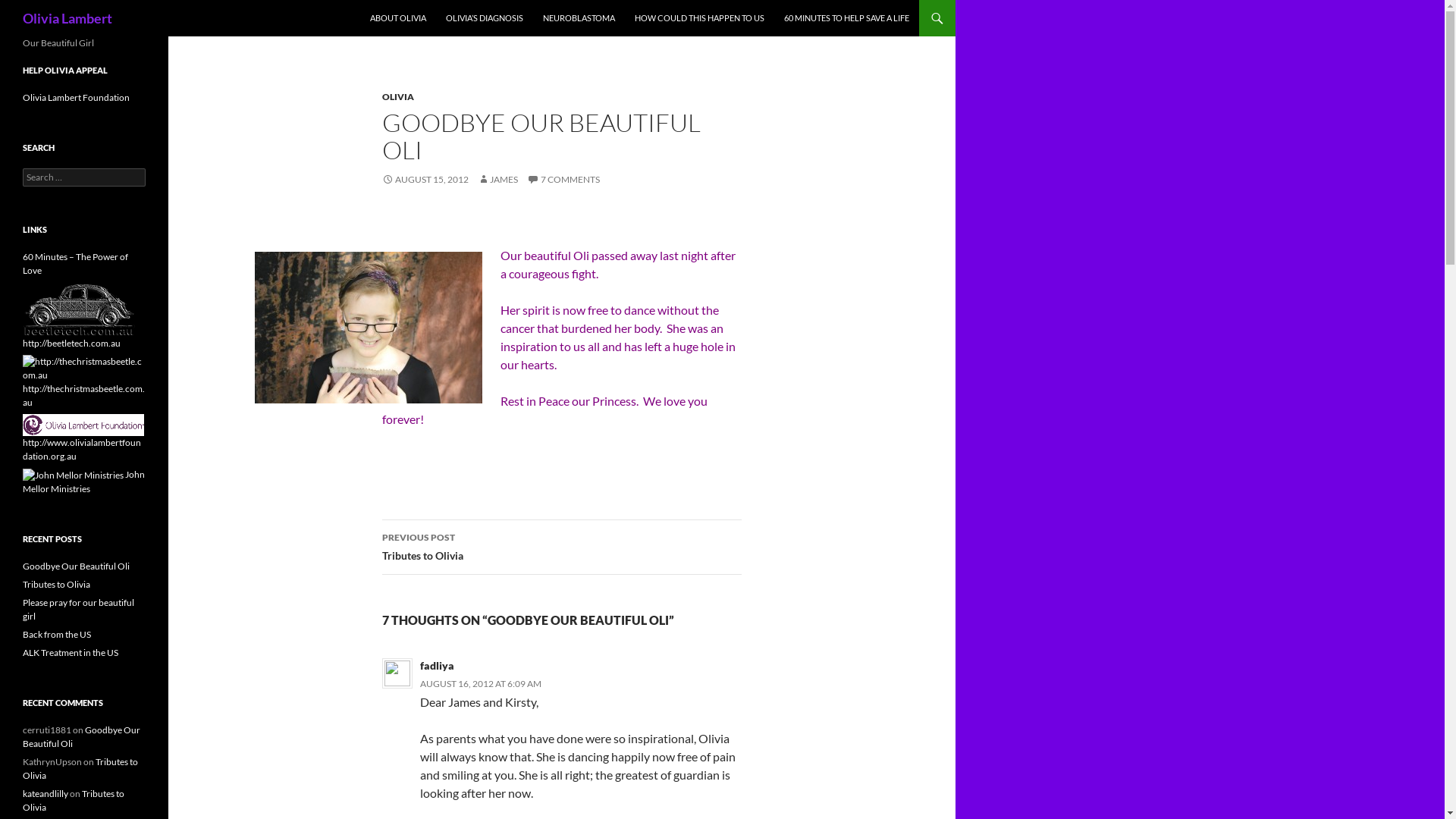 This screenshot has width=1456, height=819. What do you see at coordinates (476, 178) in the screenshot?
I see `'JAMES'` at bounding box center [476, 178].